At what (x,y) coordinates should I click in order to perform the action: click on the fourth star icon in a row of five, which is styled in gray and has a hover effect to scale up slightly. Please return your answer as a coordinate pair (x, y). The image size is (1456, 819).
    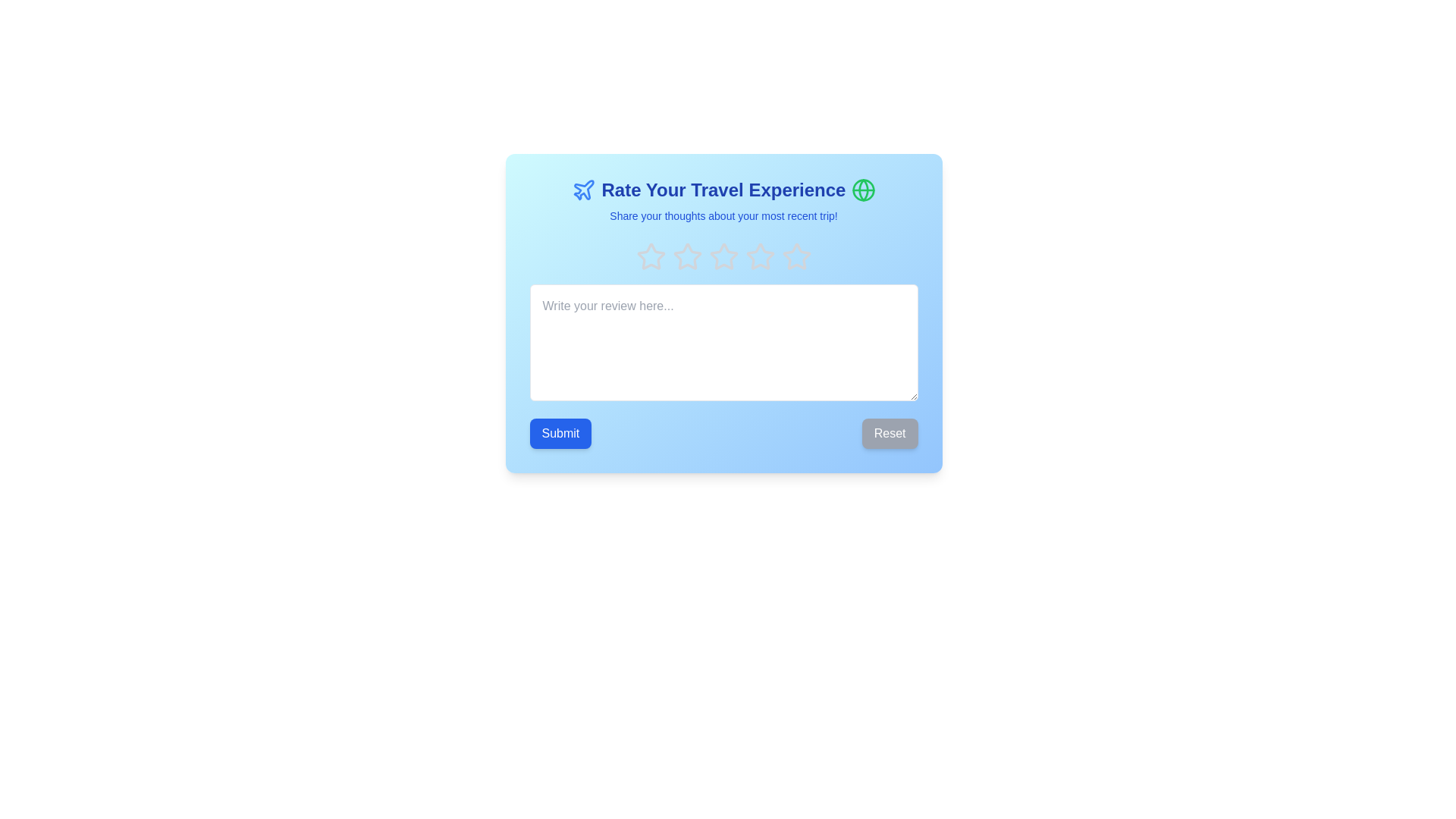
    Looking at the image, I should click on (760, 256).